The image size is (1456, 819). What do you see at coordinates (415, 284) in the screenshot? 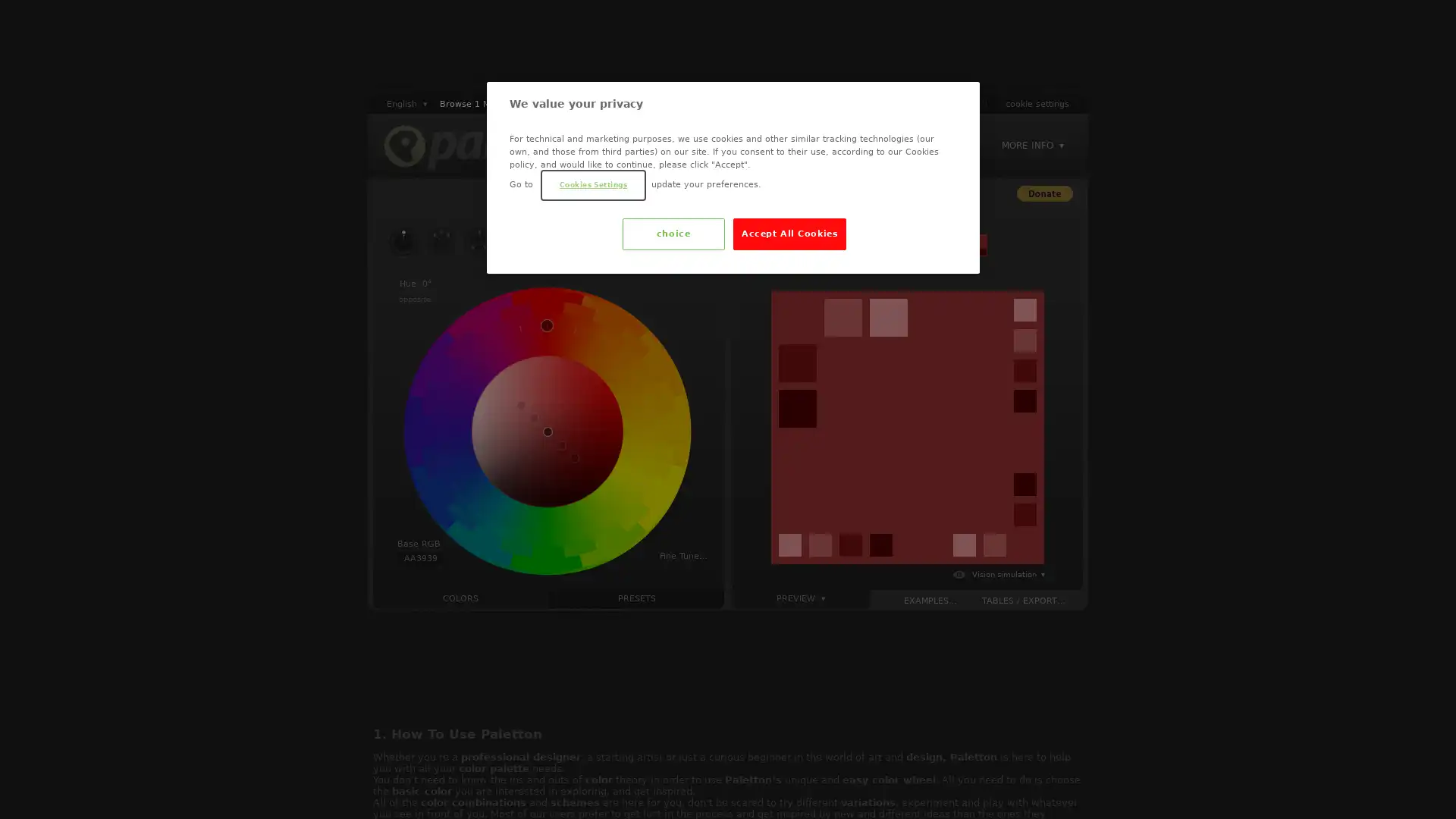
I see `Hue: 0` at bounding box center [415, 284].